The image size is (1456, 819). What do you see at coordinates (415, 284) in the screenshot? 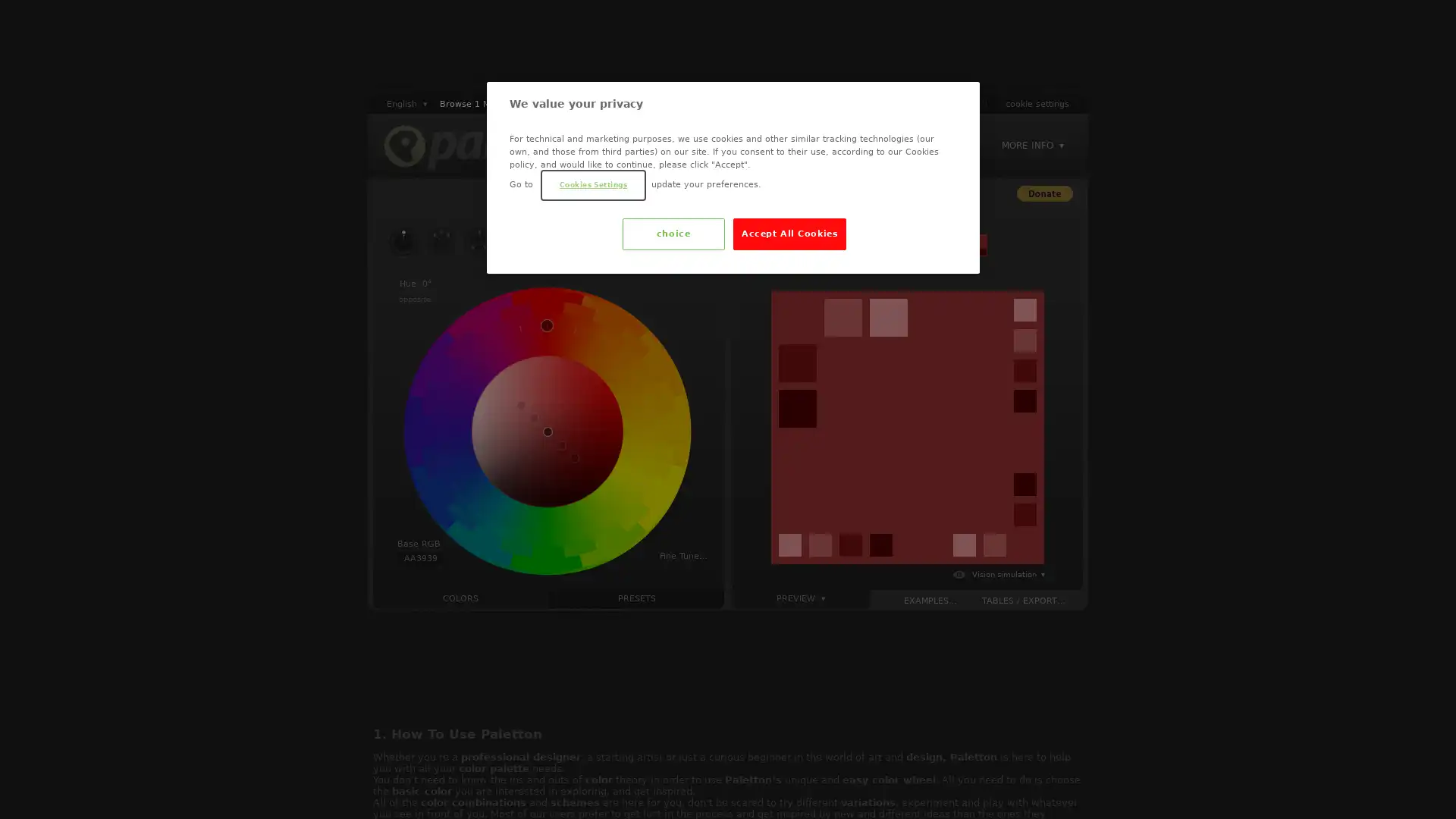
I see `Hue: 0` at bounding box center [415, 284].